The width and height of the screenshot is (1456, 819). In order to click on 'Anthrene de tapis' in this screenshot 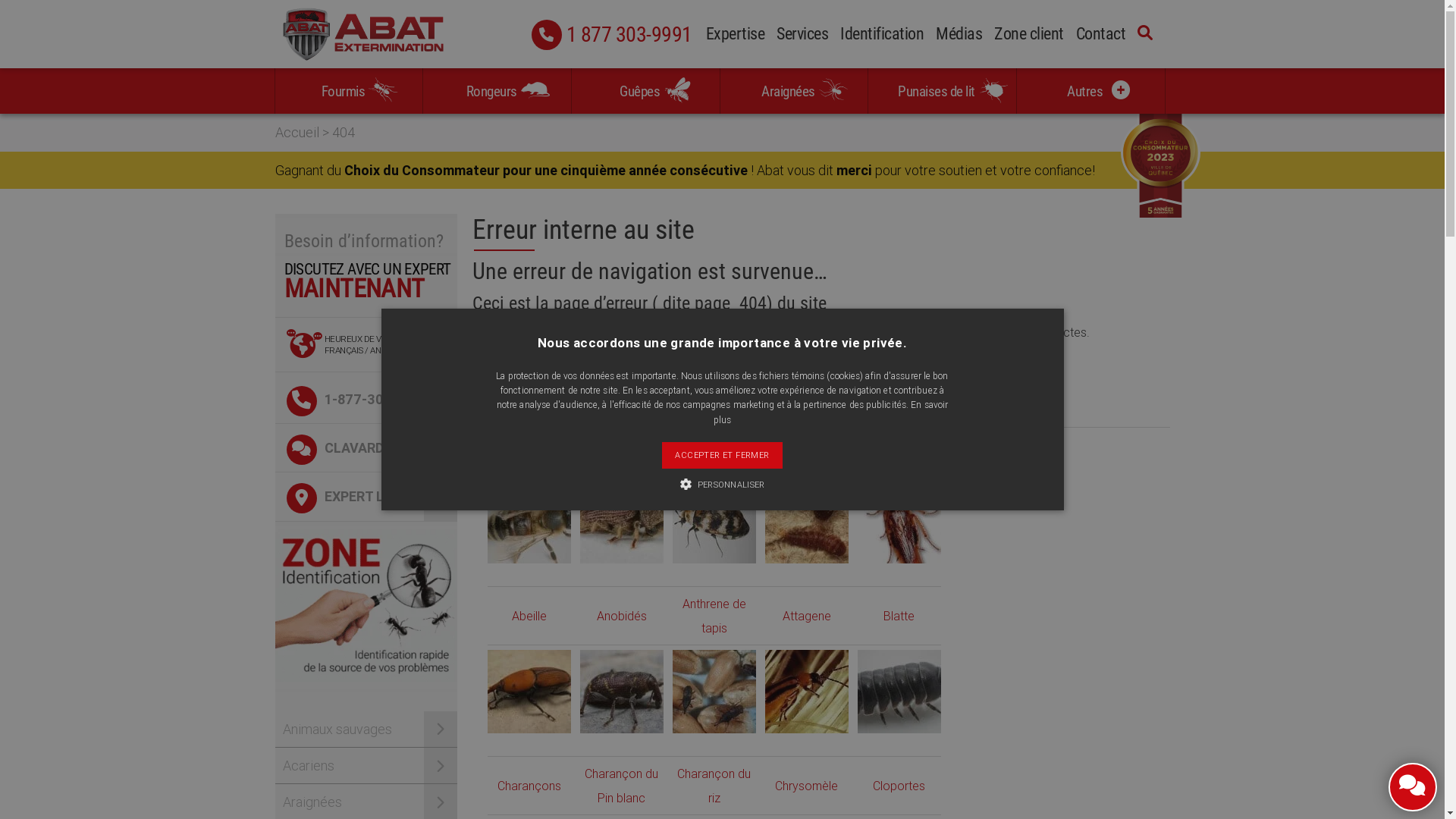, I will do `click(682, 616)`.